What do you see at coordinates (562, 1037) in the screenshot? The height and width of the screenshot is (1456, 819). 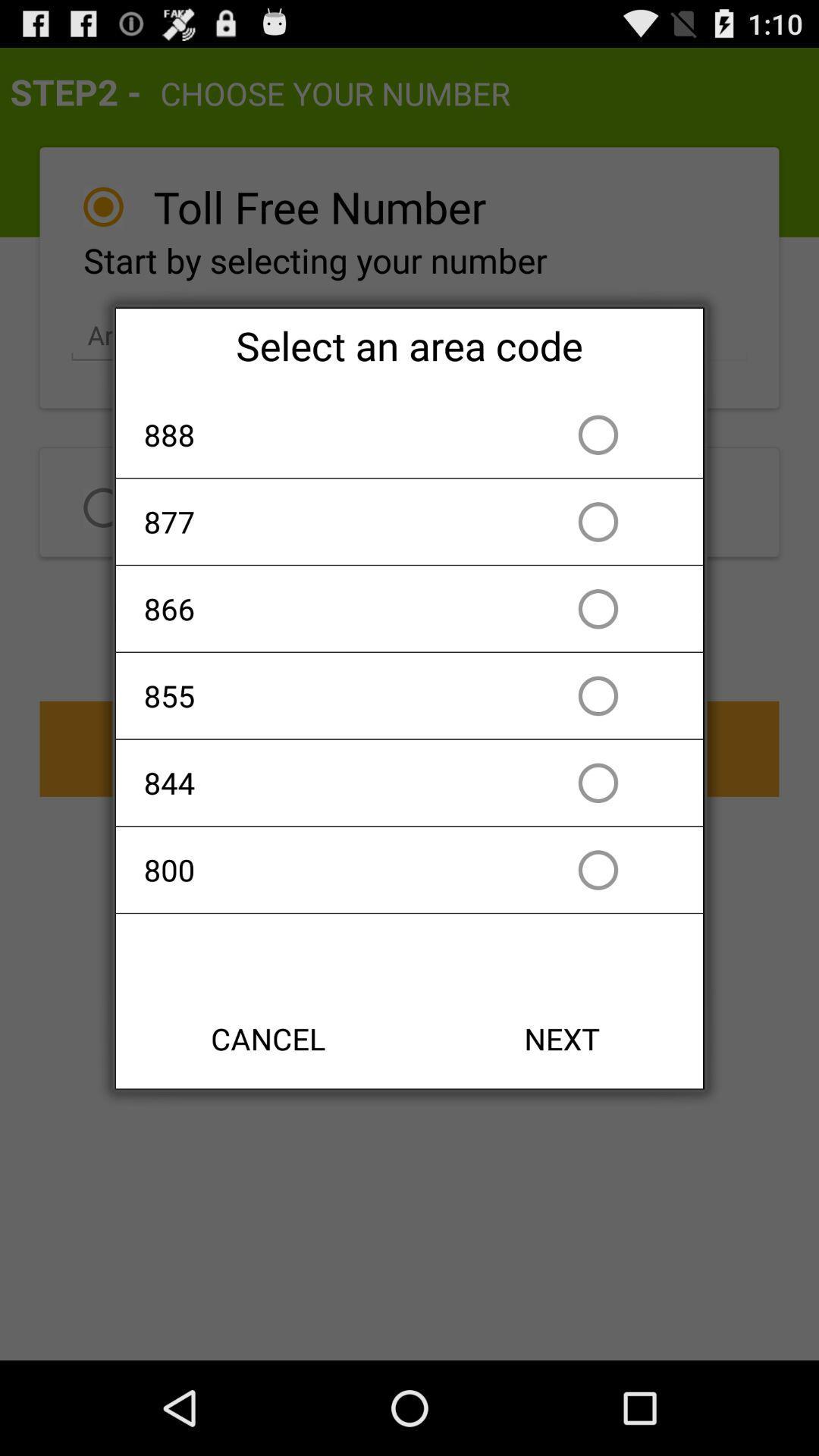 I see `next button` at bounding box center [562, 1037].